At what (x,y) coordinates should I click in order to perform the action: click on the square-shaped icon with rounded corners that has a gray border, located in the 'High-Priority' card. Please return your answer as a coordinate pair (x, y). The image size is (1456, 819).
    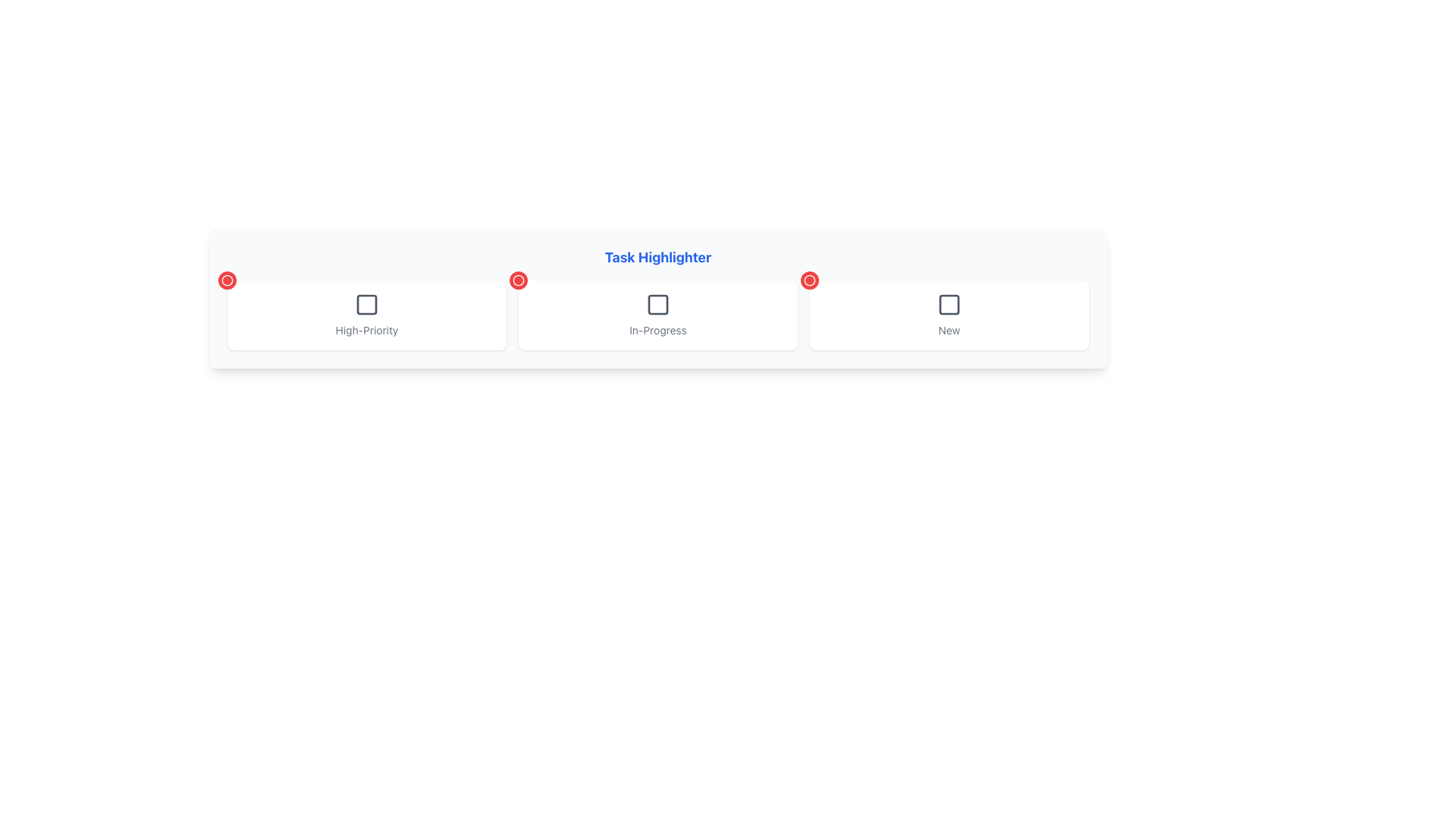
    Looking at the image, I should click on (367, 304).